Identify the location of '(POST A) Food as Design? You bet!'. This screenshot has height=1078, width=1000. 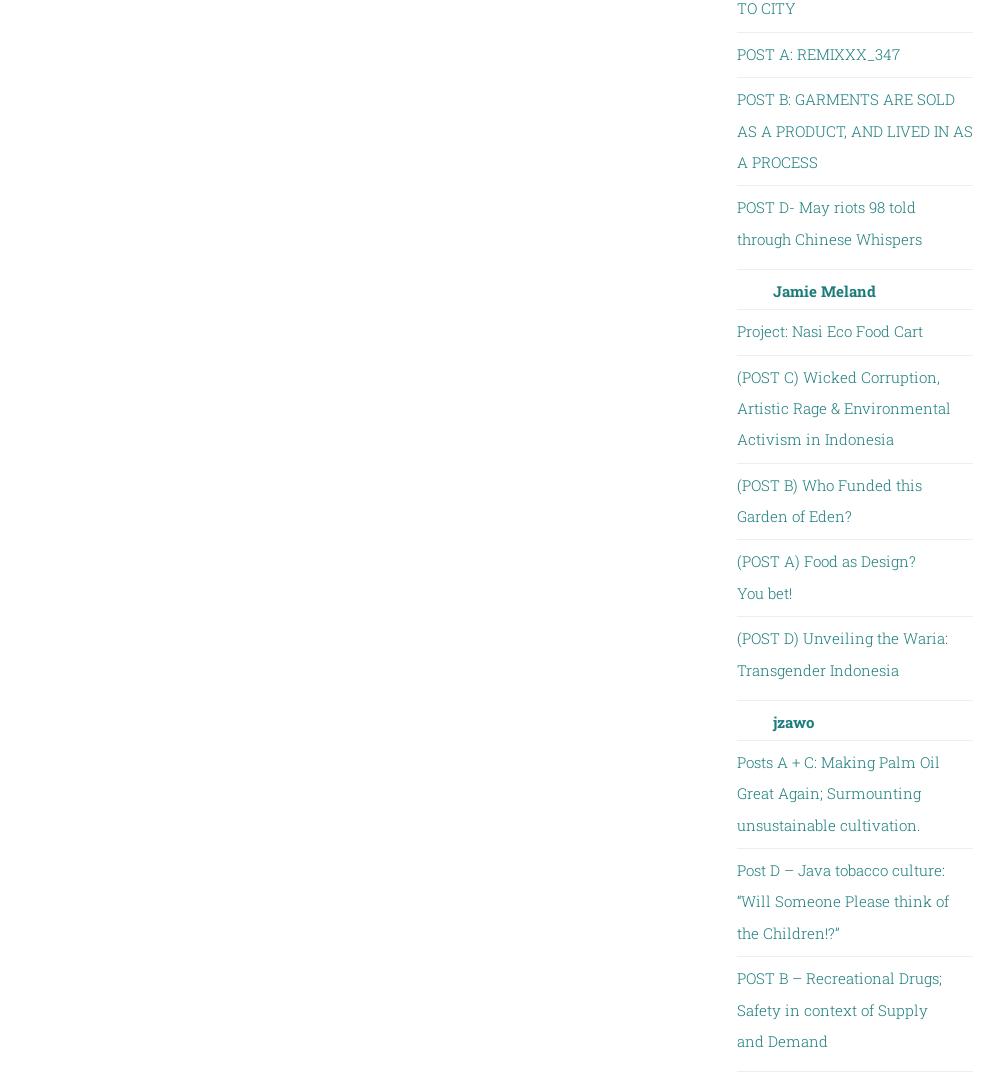
(824, 575).